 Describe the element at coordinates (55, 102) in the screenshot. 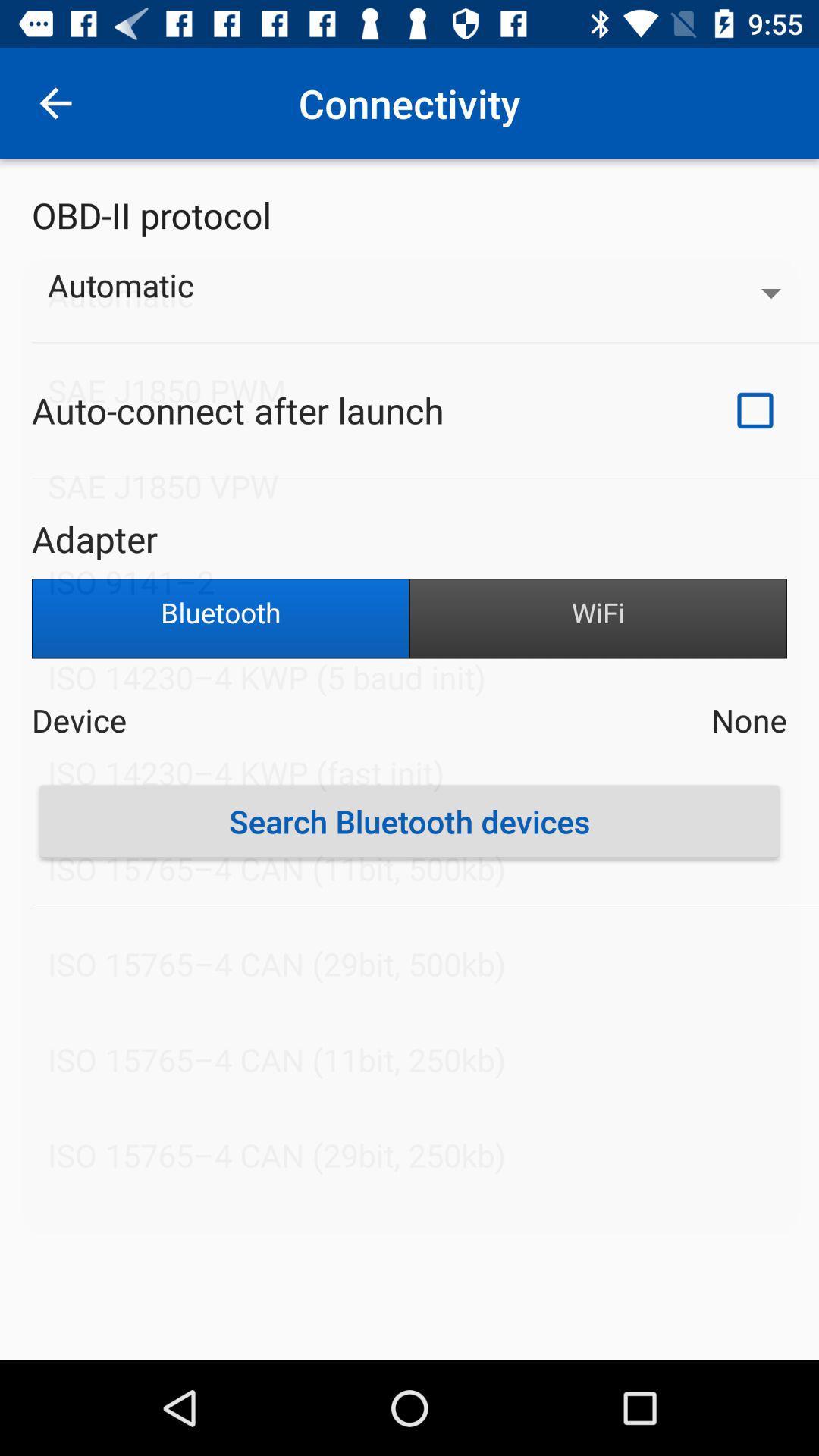

I see `item at the top left corner` at that location.